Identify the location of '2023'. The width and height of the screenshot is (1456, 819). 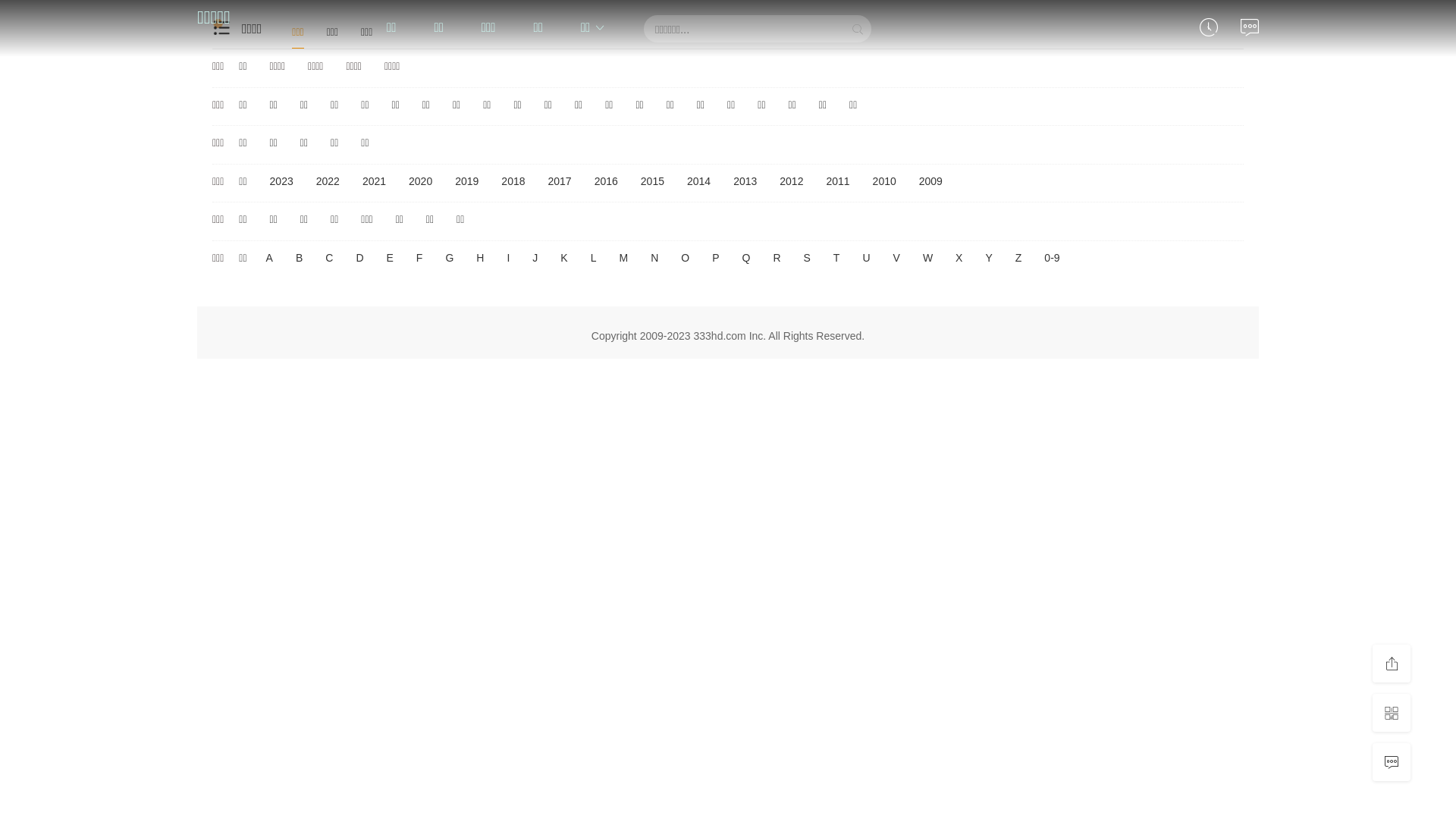
(281, 180).